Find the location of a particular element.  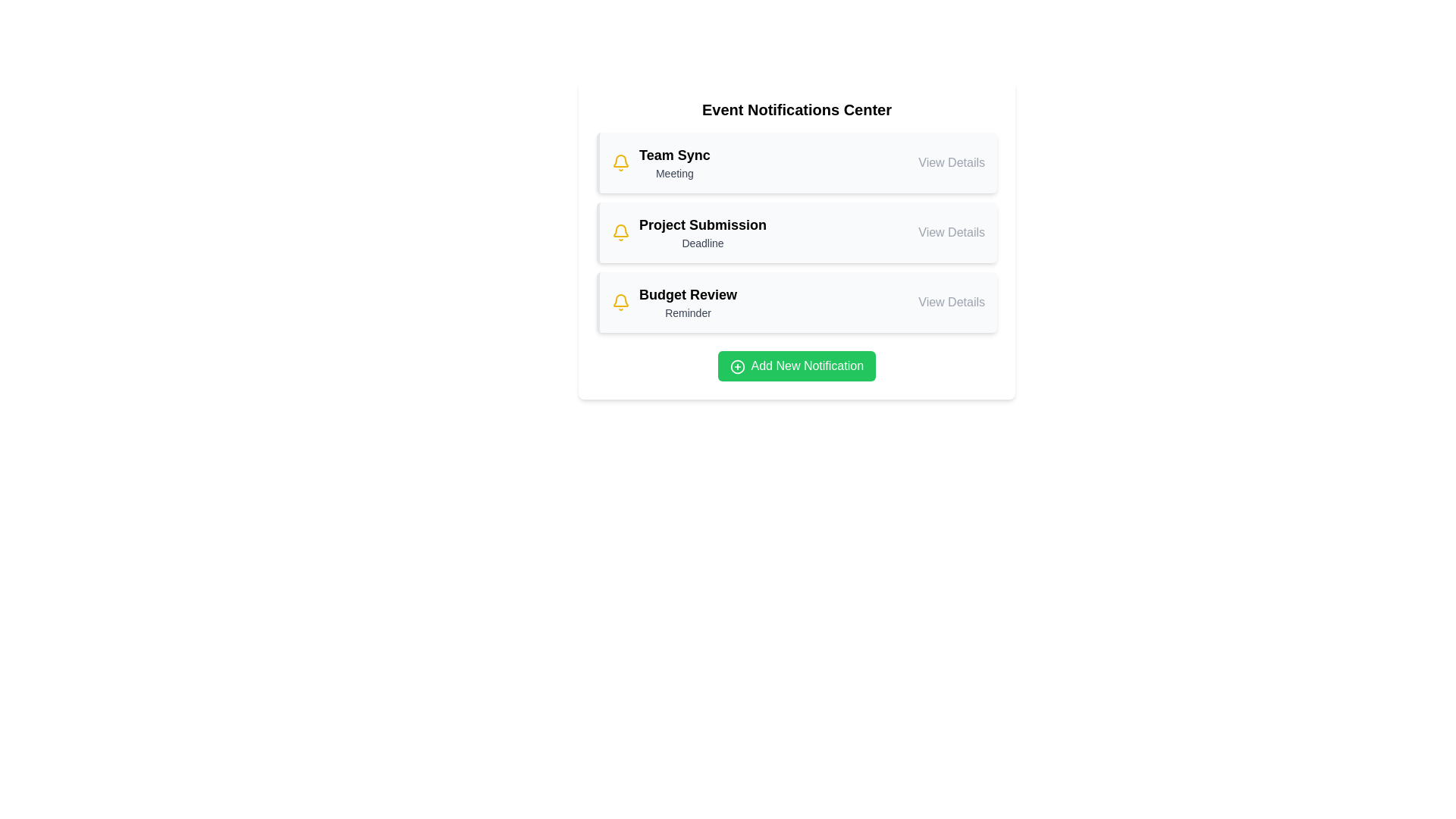

the button located at the bottom of the 'Event Notifications Center' is located at coordinates (796, 366).